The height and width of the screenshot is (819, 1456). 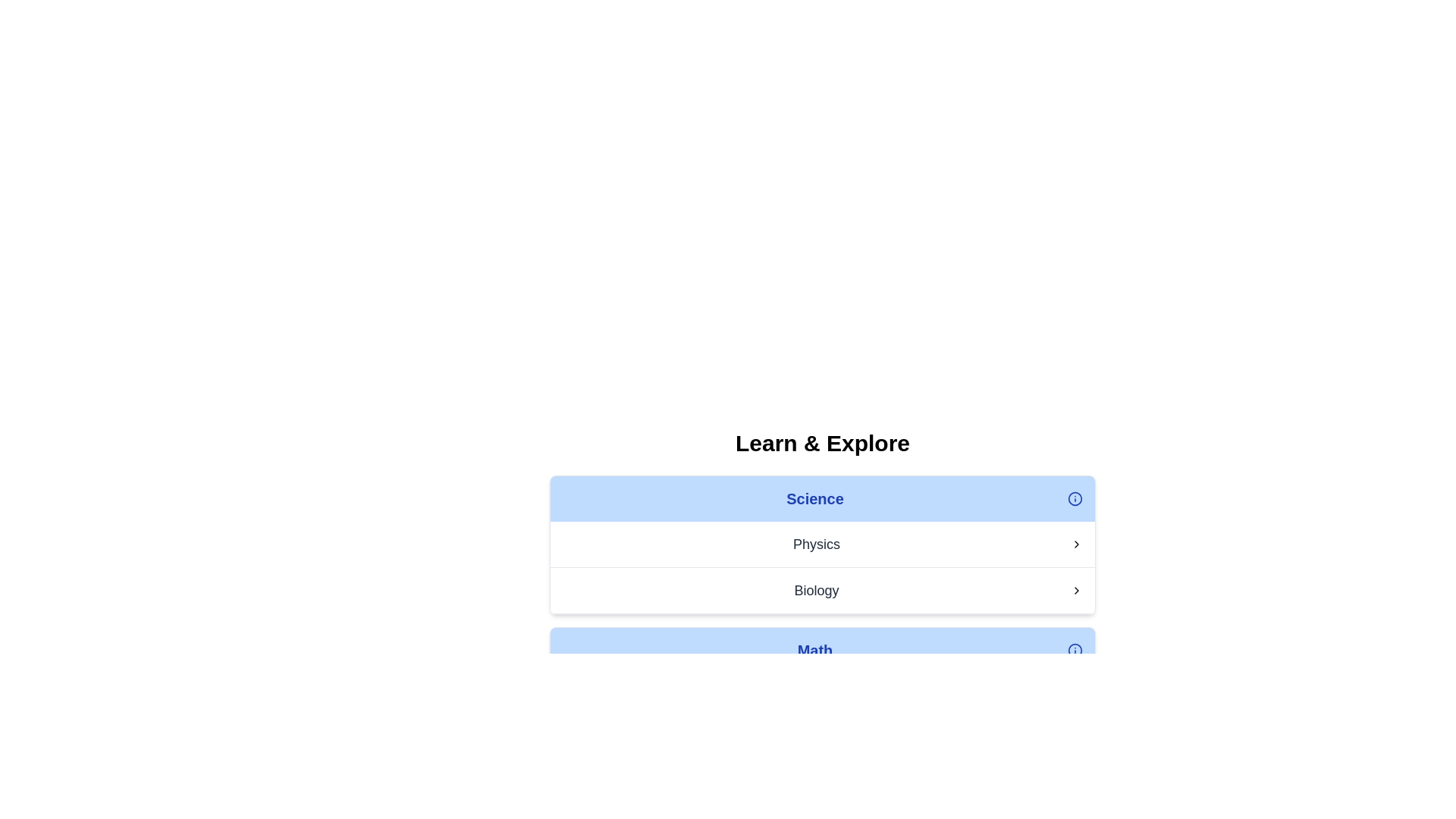 What do you see at coordinates (1074, 649) in the screenshot?
I see `SVG circle element that is part of the information icon located in the top-right corner of the 'Science' header area` at bounding box center [1074, 649].